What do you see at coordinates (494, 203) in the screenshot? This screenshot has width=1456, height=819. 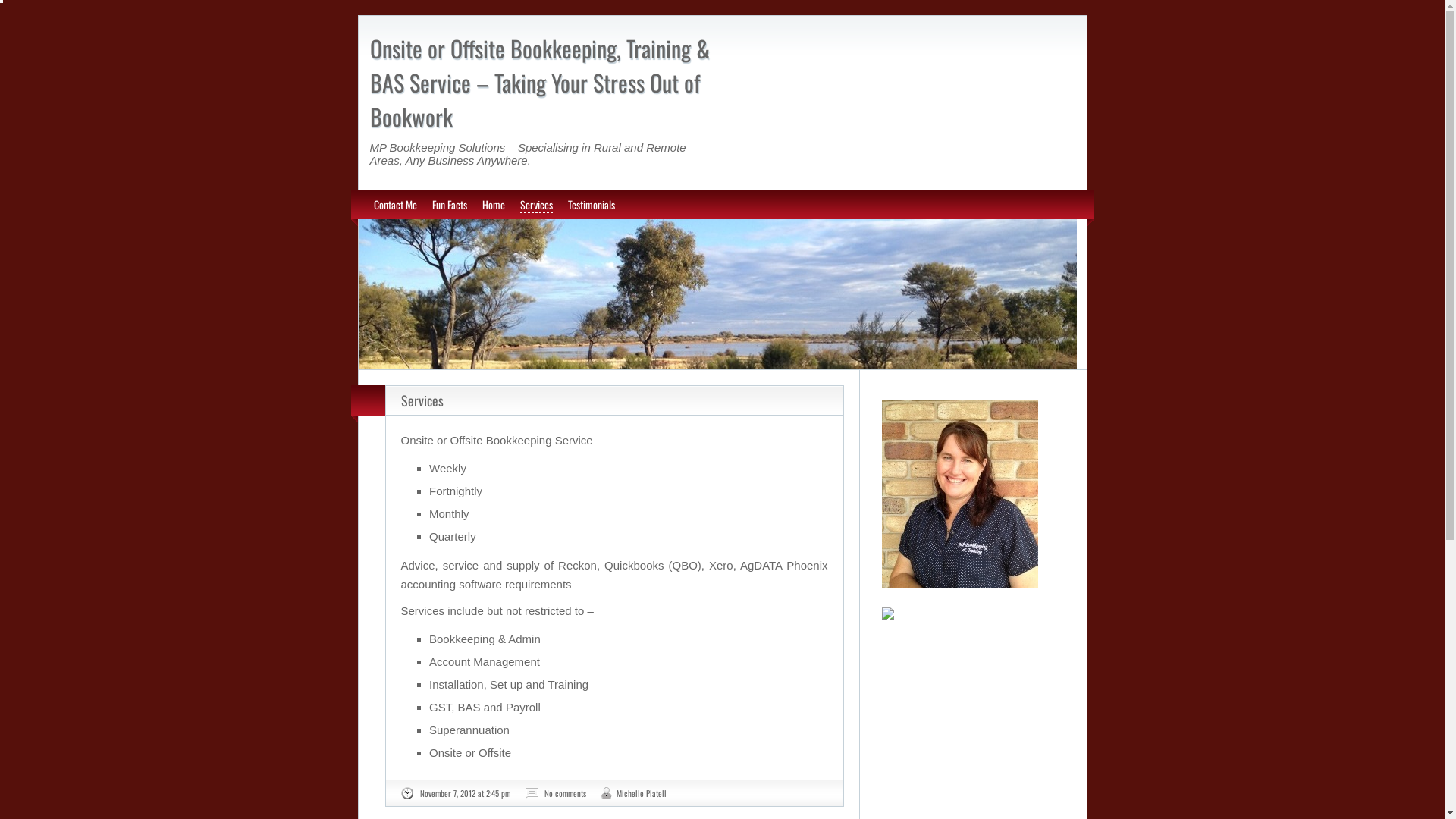 I see `'Home'` at bounding box center [494, 203].